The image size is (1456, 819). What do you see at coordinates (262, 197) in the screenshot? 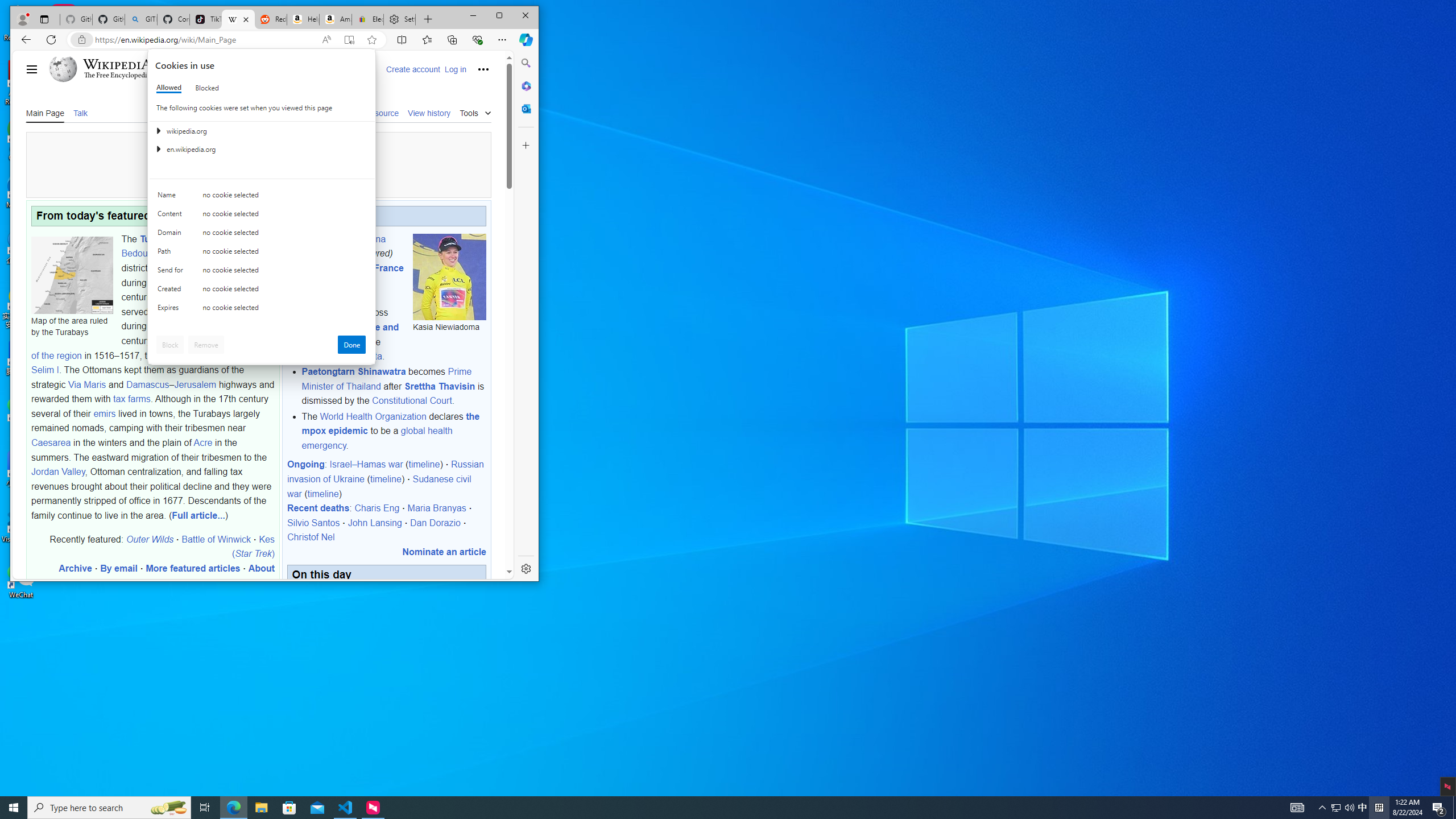
I see `'Class: c0153 c0157 c0154'` at bounding box center [262, 197].